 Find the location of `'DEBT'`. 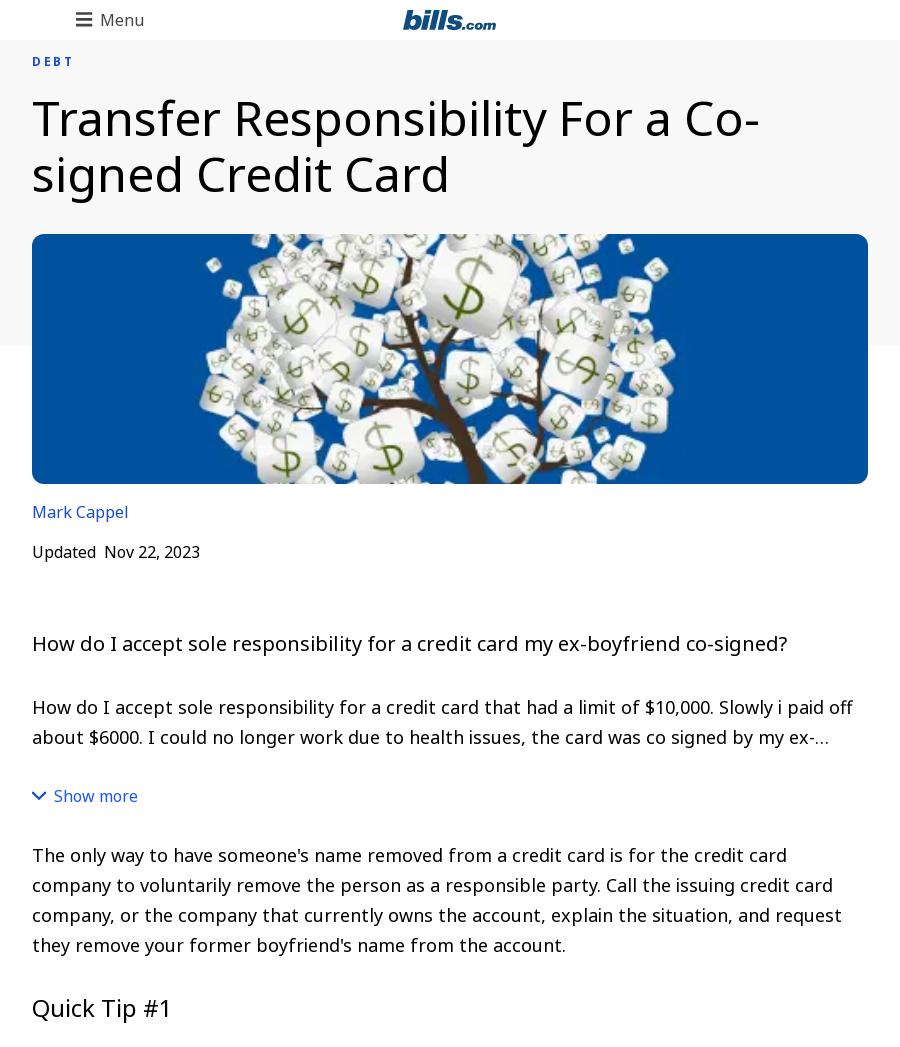

'DEBT' is located at coordinates (52, 61).